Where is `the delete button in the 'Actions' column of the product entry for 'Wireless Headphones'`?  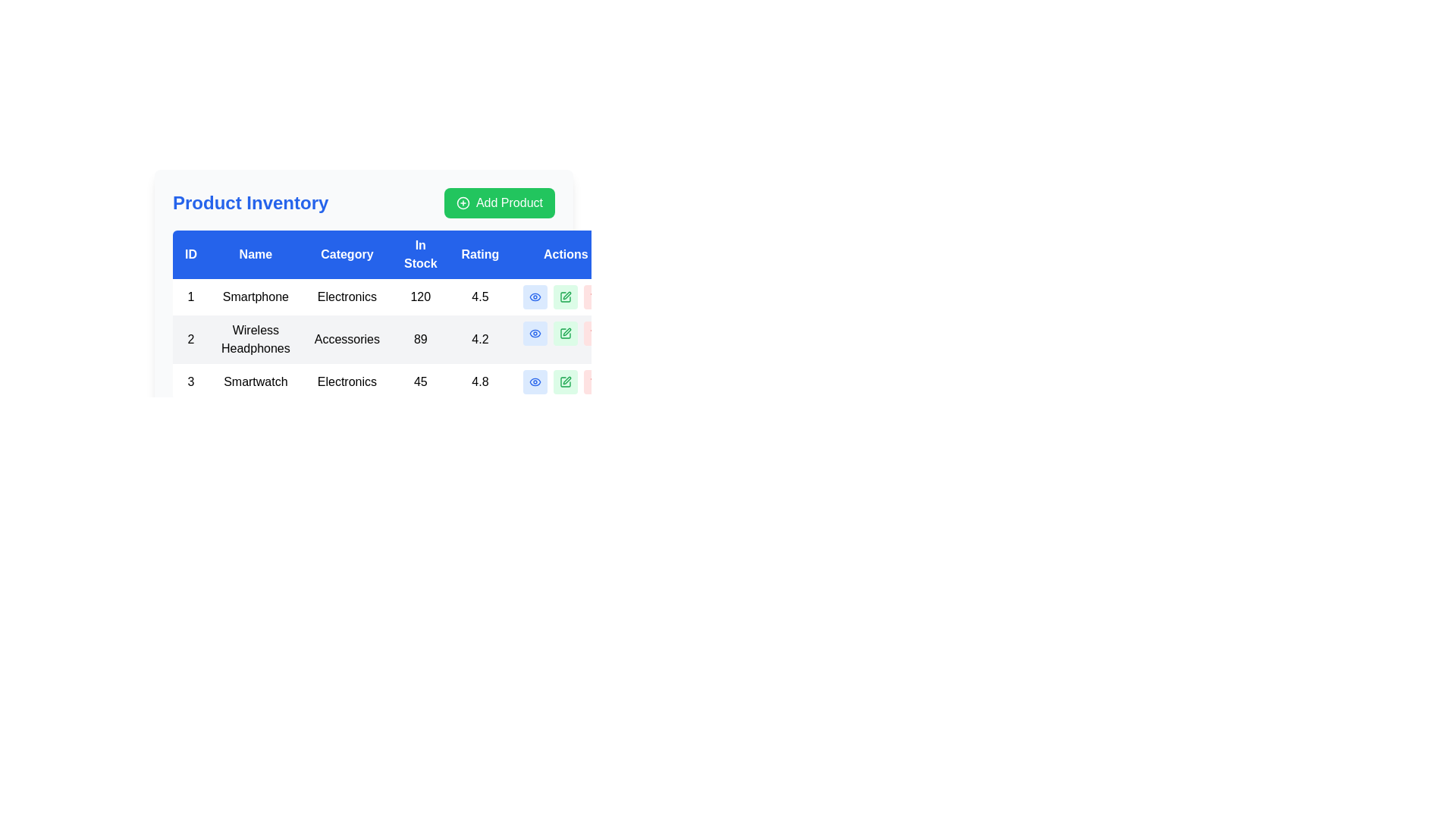 the delete button in the 'Actions' column of the product entry for 'Wireless Headphones' is located at coordinates (595, 332).